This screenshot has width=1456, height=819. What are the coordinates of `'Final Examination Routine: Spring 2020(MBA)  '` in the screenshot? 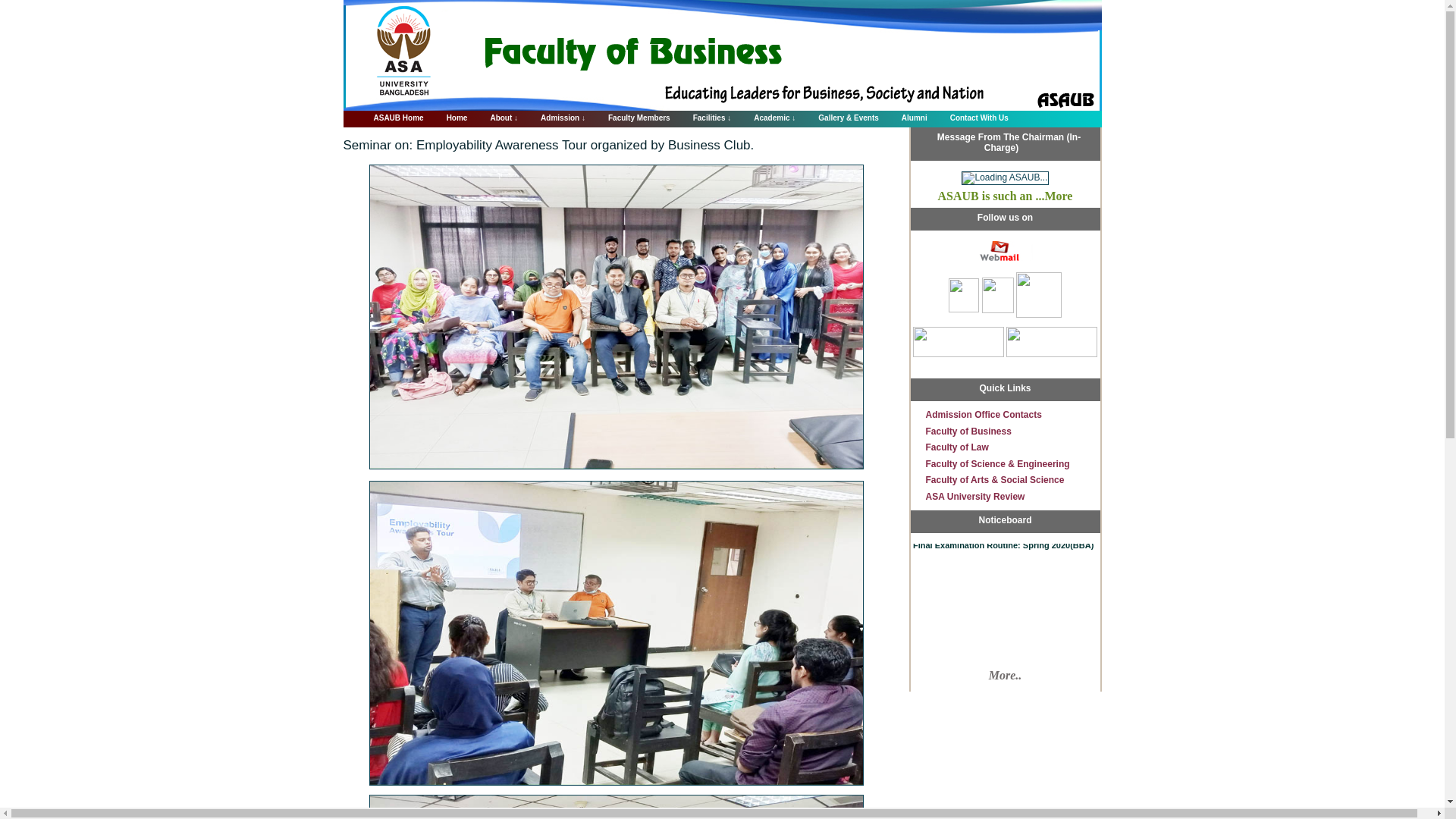 It's located at (910, 523).